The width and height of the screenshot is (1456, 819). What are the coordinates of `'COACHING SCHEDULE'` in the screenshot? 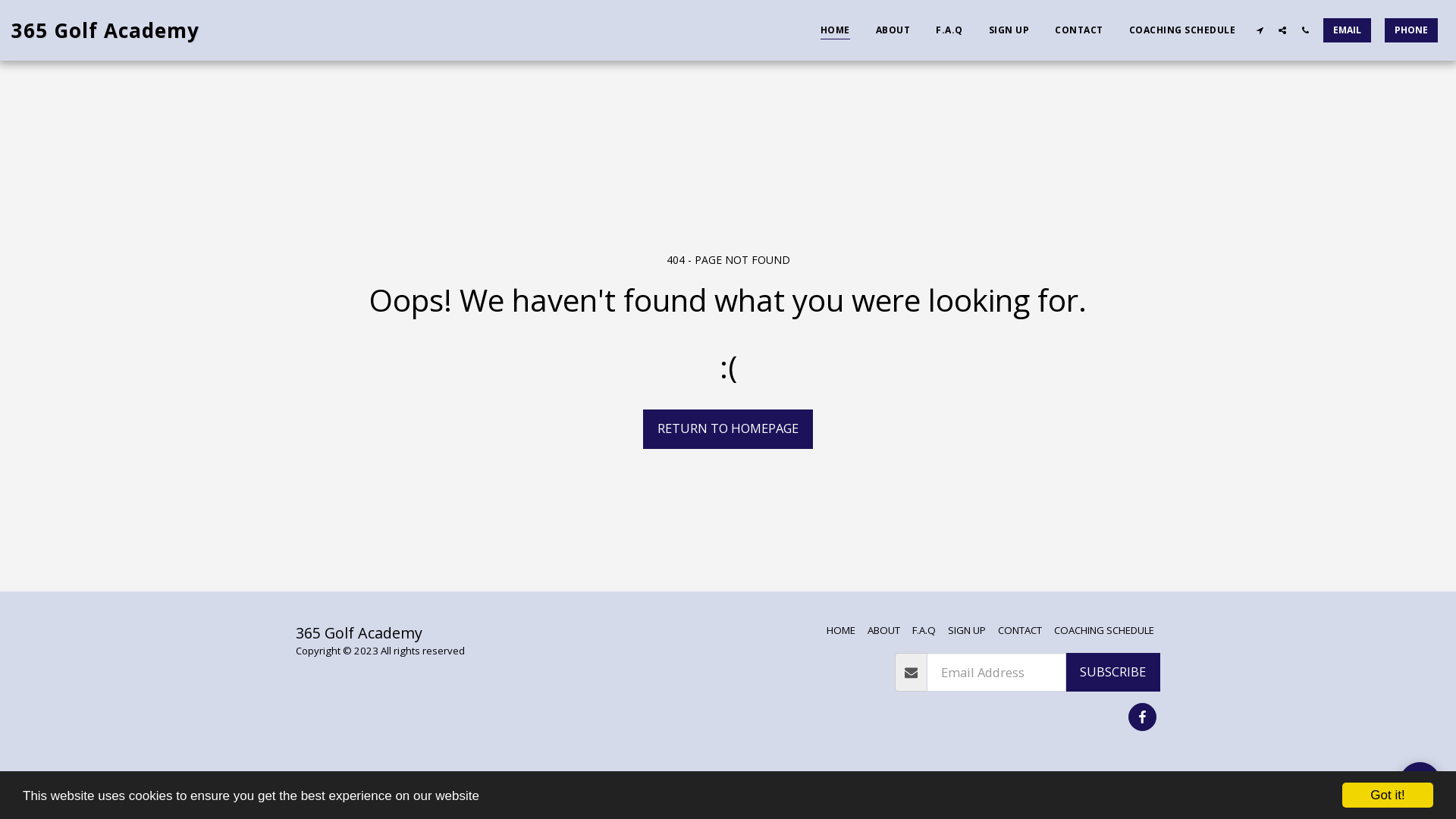 It's located at (1103, 629).